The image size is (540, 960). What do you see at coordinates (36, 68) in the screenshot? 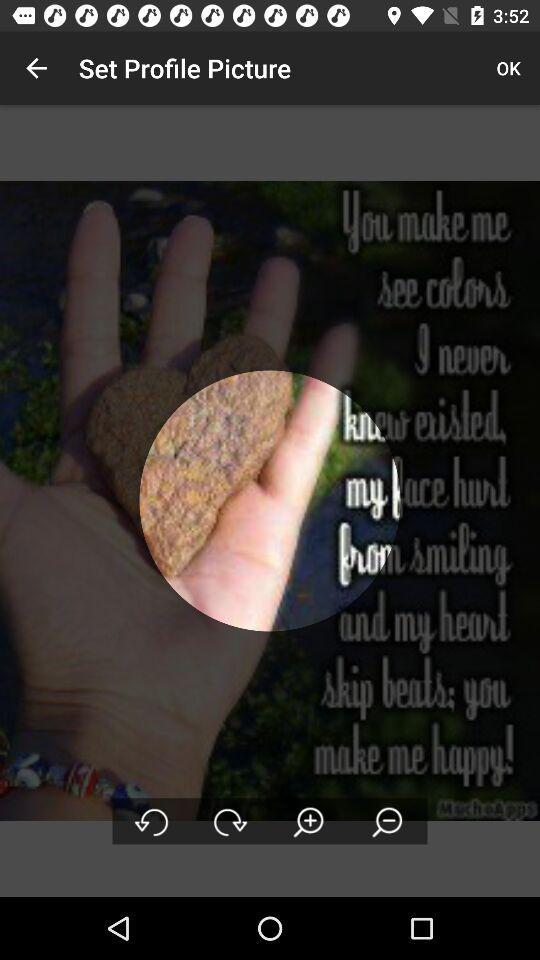
I see `the app next to set profile picture app` at bounding box center [36, 68].